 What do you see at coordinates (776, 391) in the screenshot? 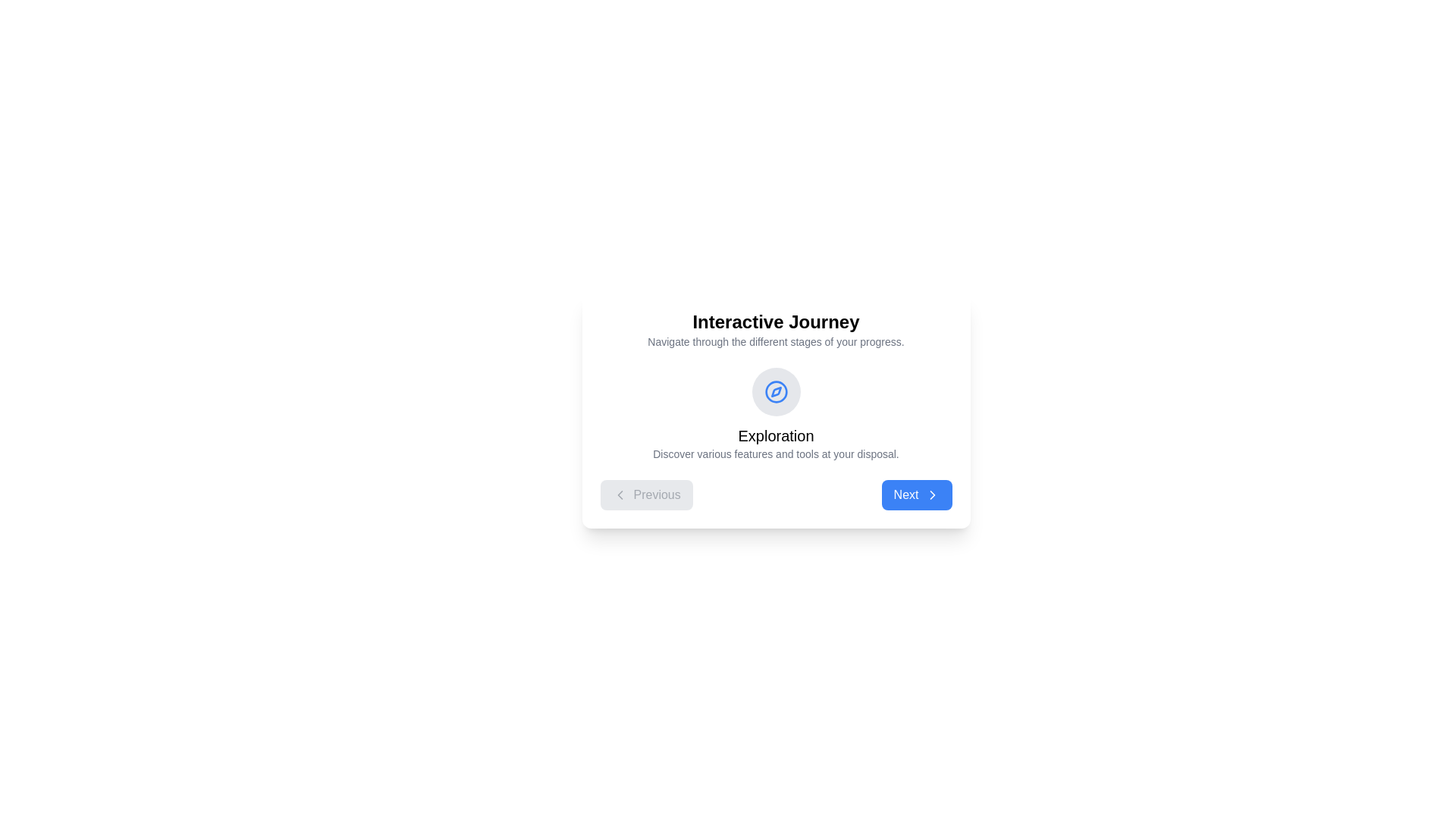
I see `the circular compass icon located in the 'Exploration' section, which features a blue compass design on a light gray background` at bounding box center [776, 391].